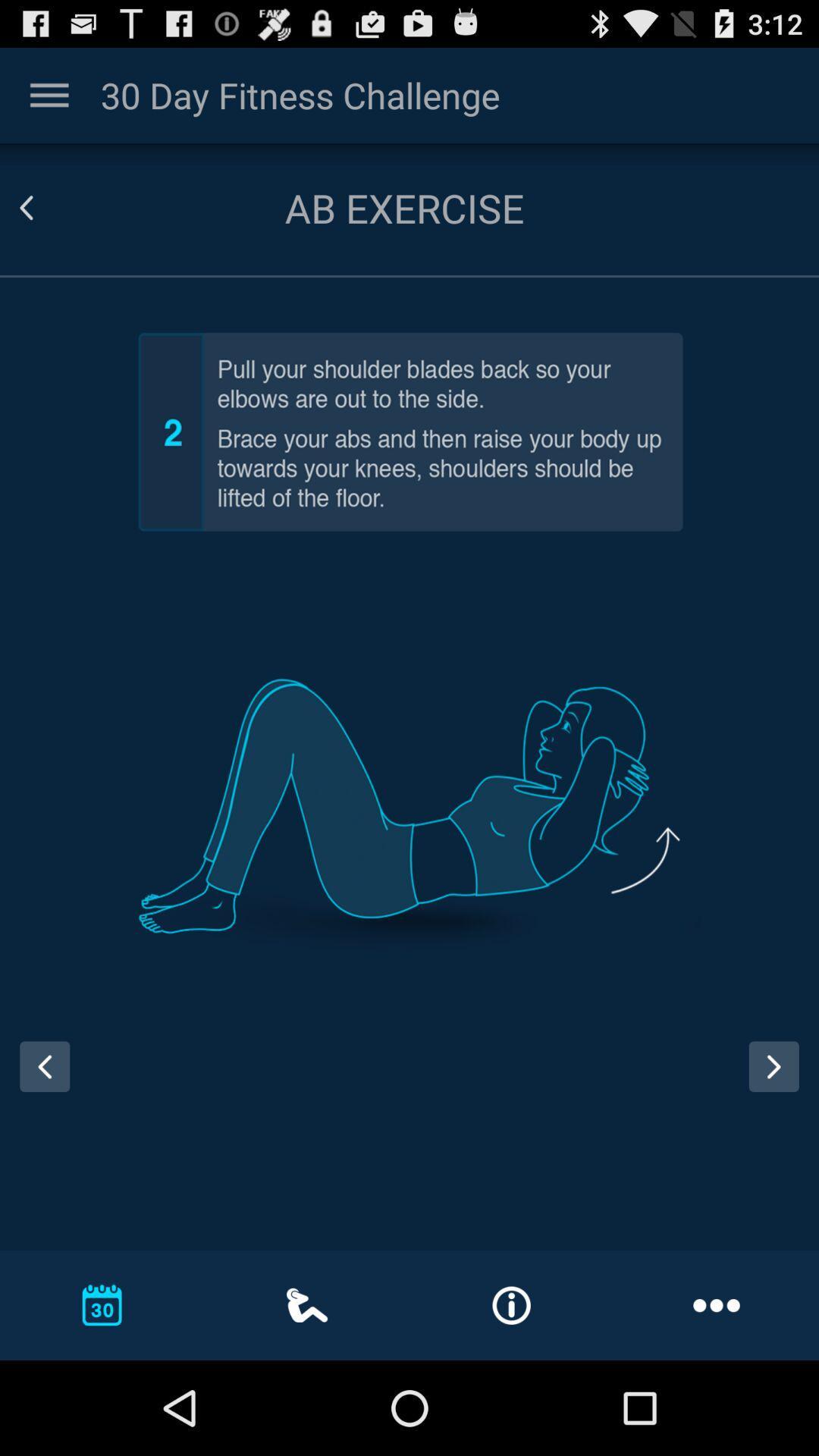  Describe the element at coordinates (773, 1065) in the screenshot. I see `move onto next exercise instruction` at that location.